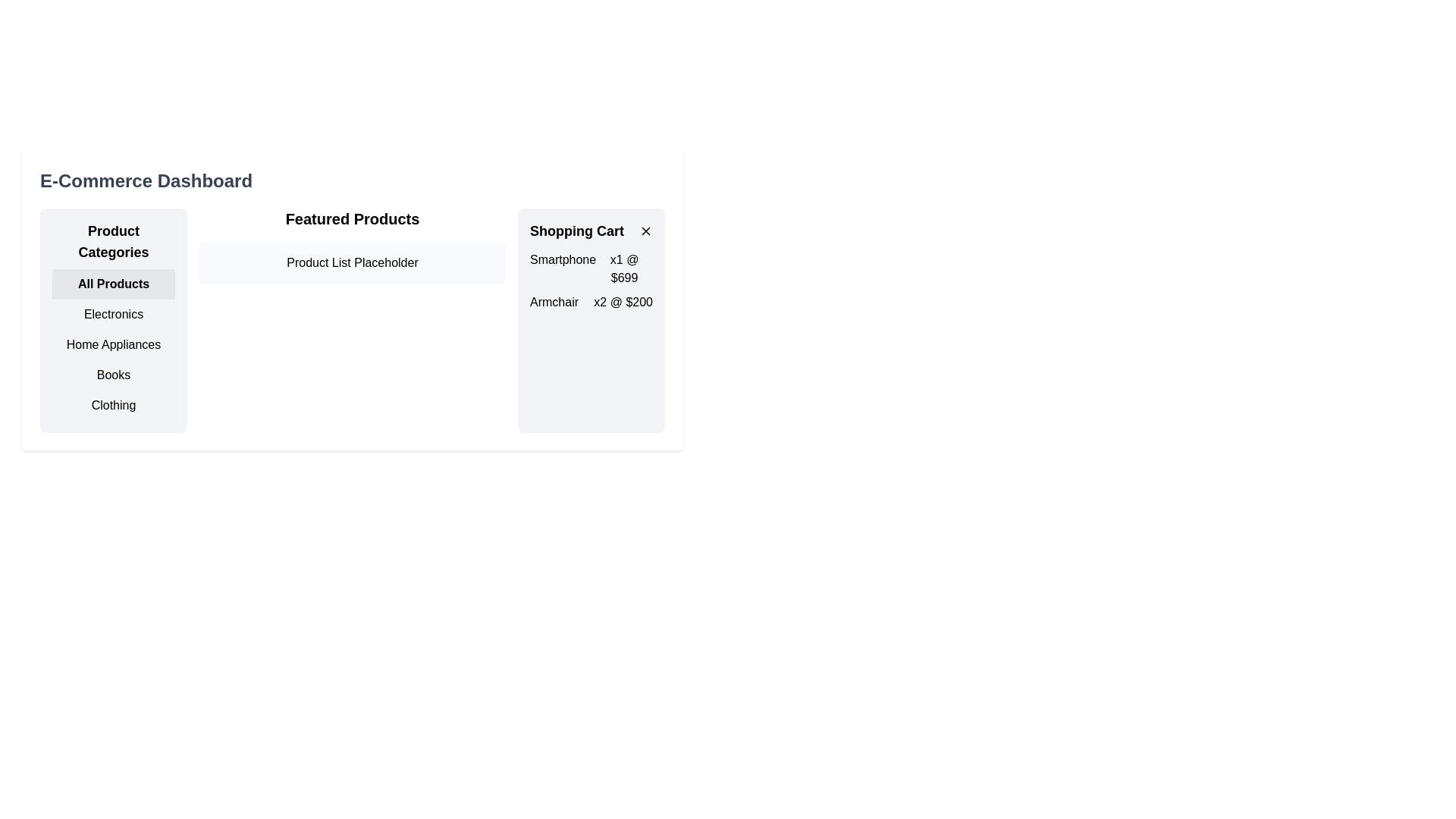 The image size is (1456, 819). Describe the element at coordinates (146, 180) in the screenshot. I see `text label that serves as the title of the dashboard, identifying it as the 'E-Commerce Dashboard', located at the top-left corner of the dashboard header` at that location.